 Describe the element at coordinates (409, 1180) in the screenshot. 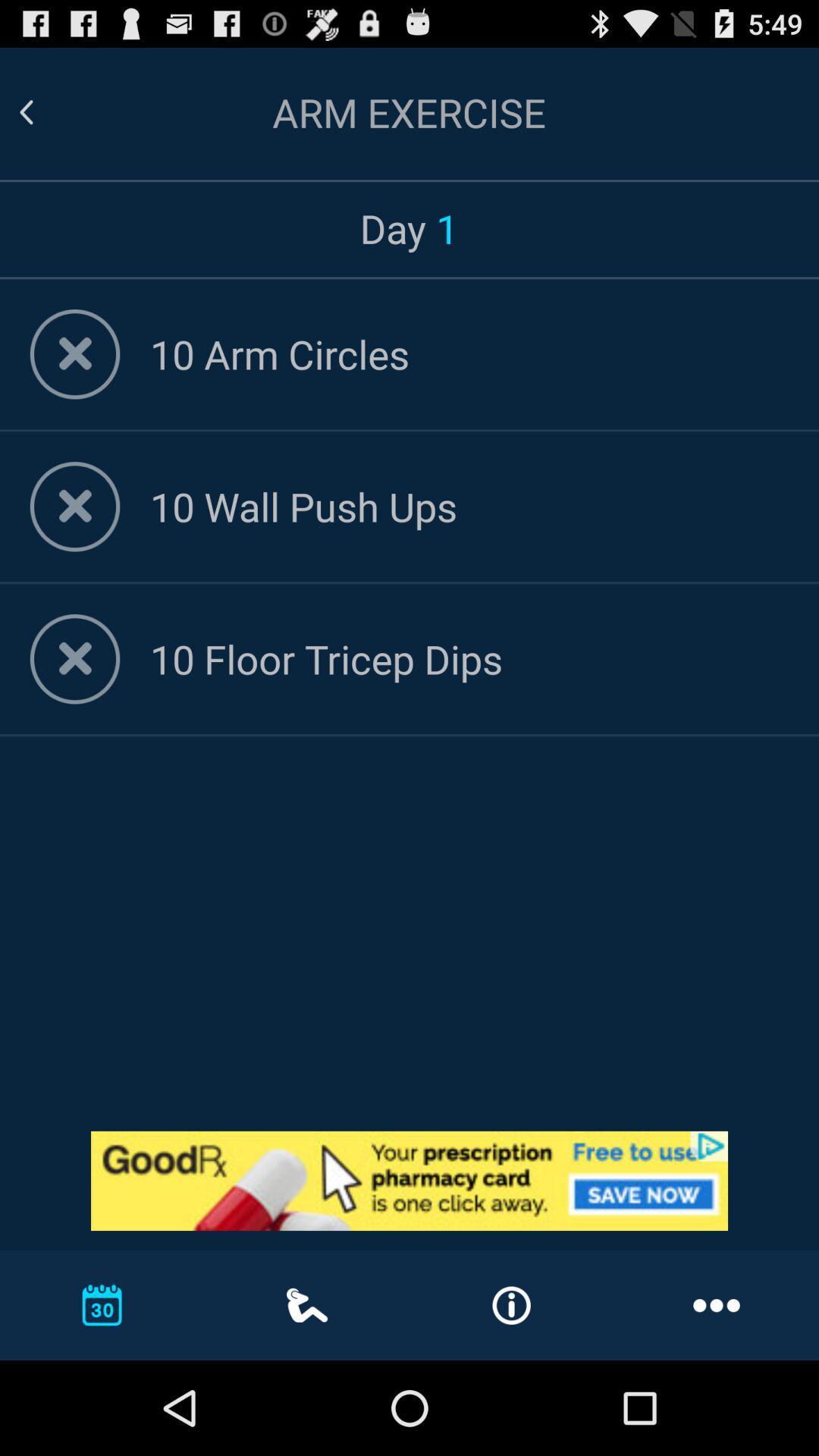

I see `important to know` at that location.